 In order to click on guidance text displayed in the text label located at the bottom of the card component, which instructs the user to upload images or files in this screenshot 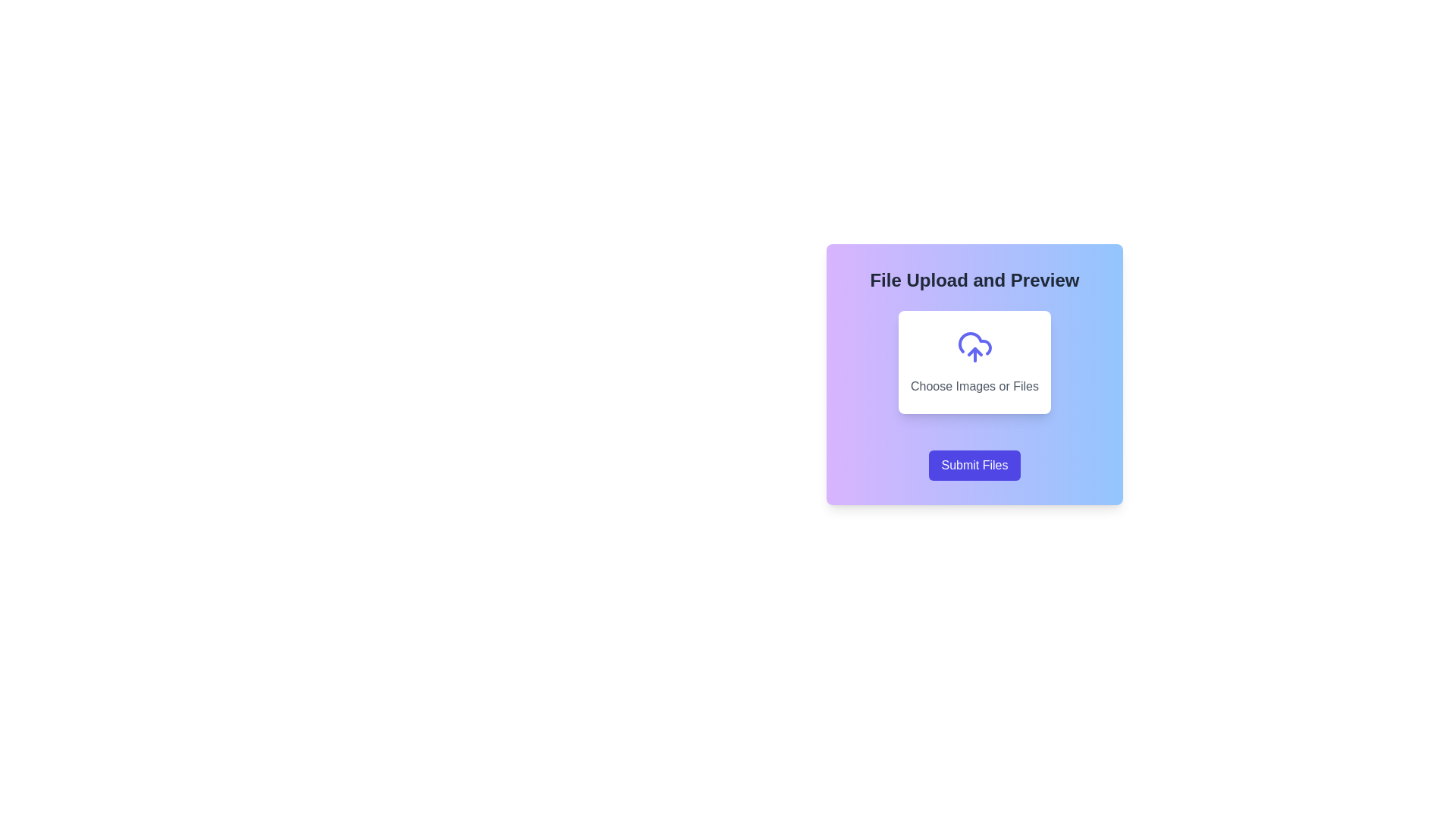, I will do `click(974, 385)`.